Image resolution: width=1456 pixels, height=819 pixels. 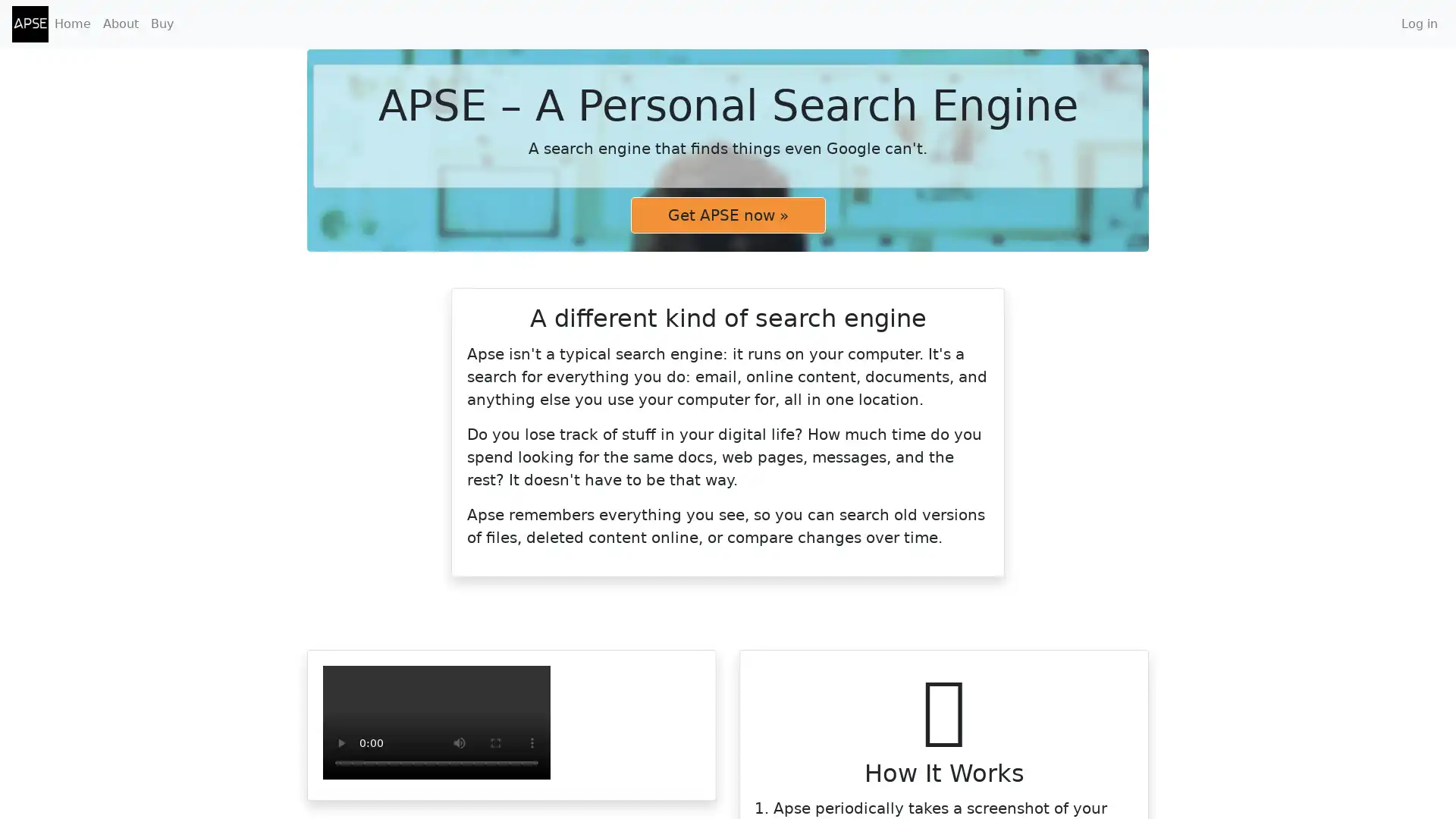 I want to click on show more media controls, so click(x=532, y=742).